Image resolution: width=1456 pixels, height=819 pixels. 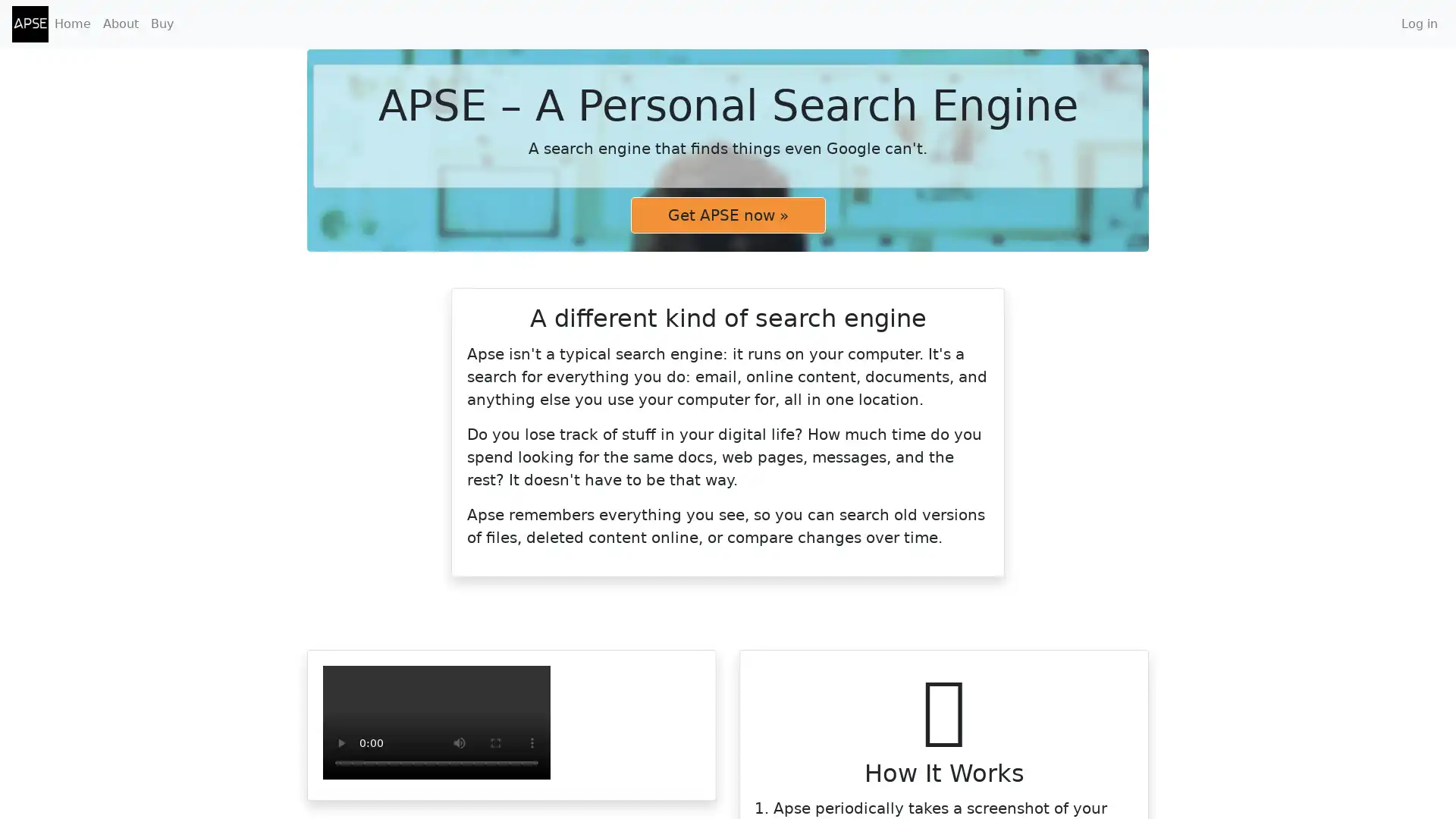 I want to click on show more media controls, so click(x=532, y=742).